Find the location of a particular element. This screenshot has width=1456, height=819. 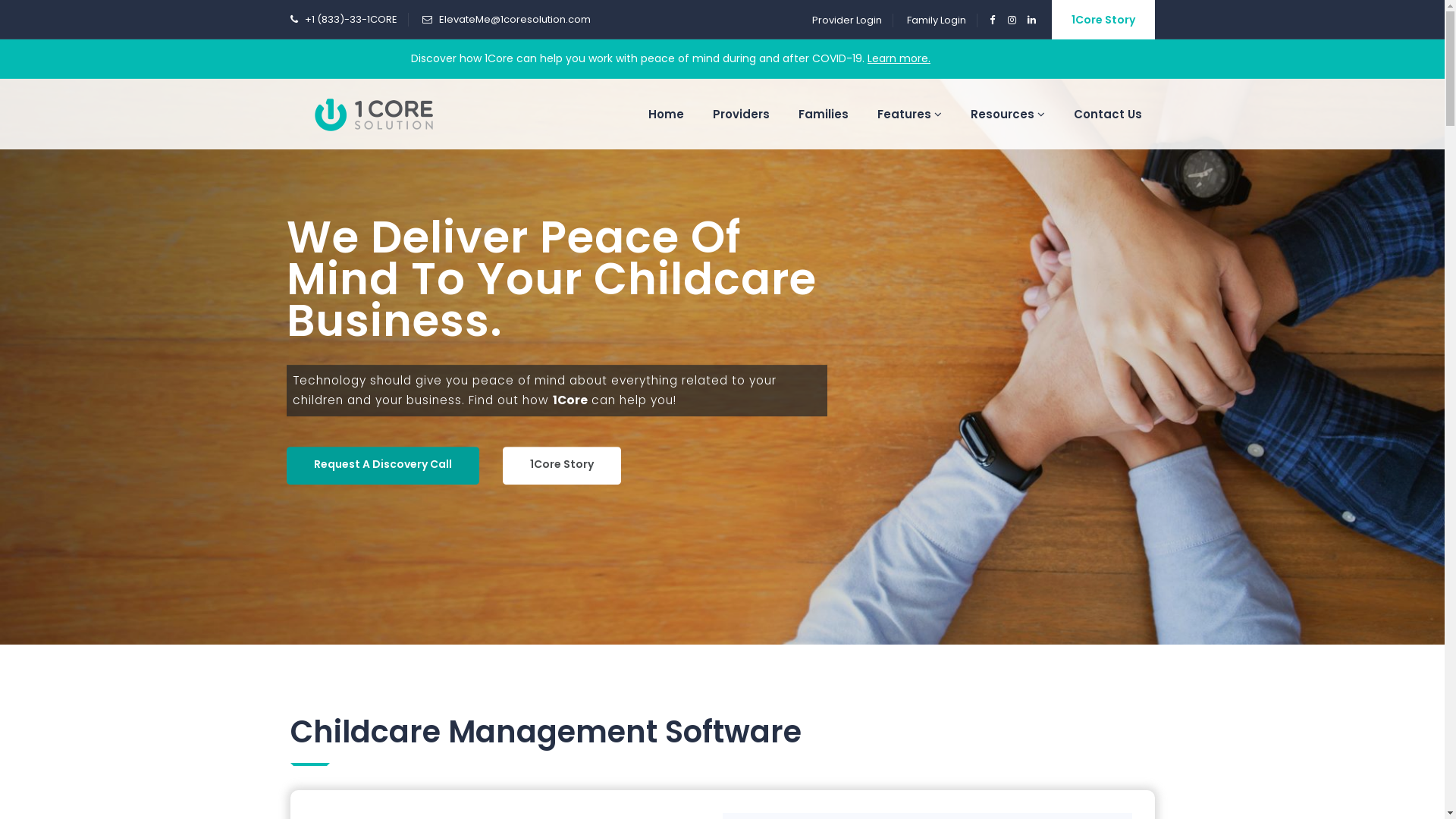

'Providers' is located at coordinates (740, 113).